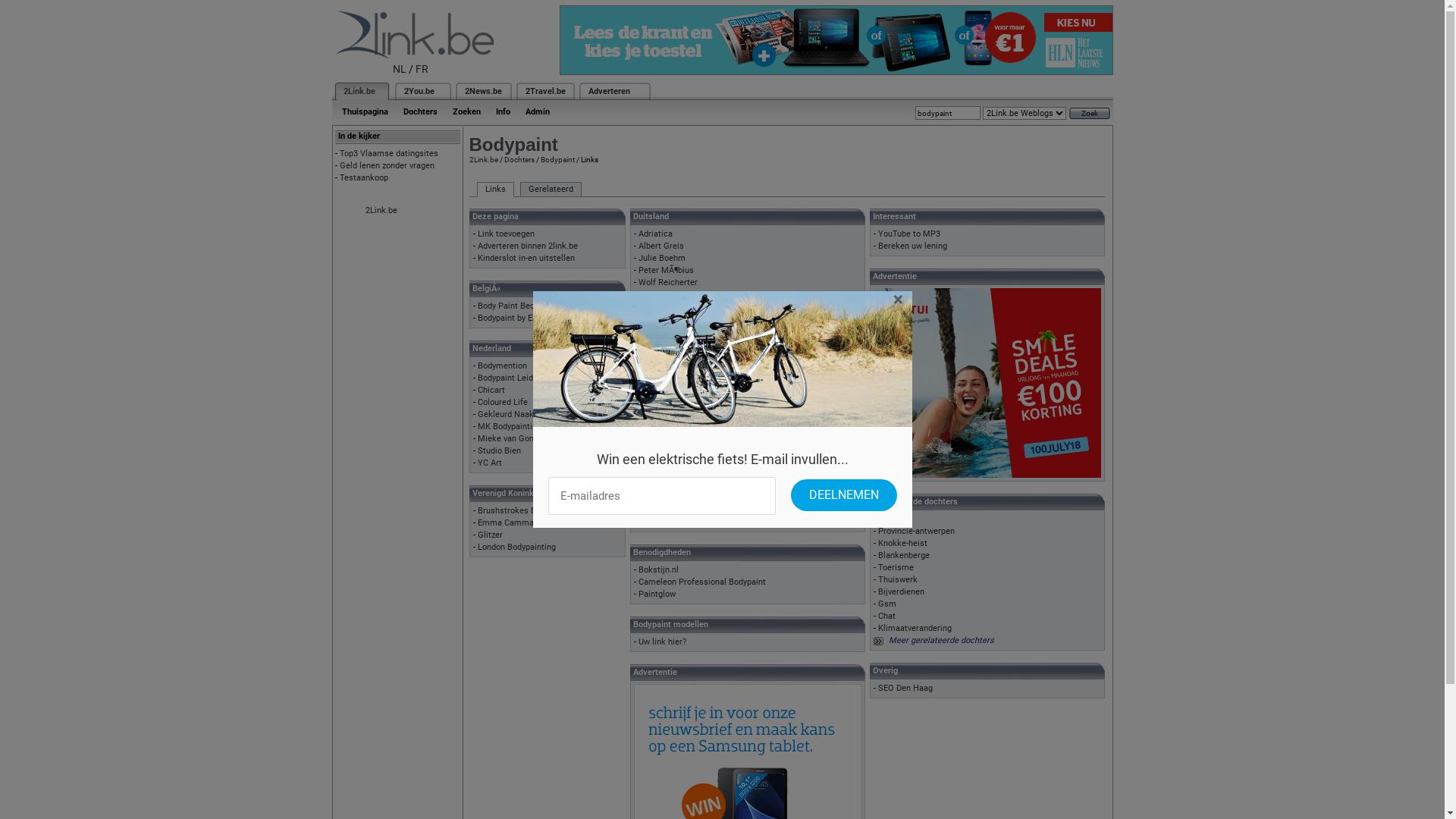  Describe the element at coordinates (521, 306) in the screenshot. I see `'Body Paint Become Art'` at that location.